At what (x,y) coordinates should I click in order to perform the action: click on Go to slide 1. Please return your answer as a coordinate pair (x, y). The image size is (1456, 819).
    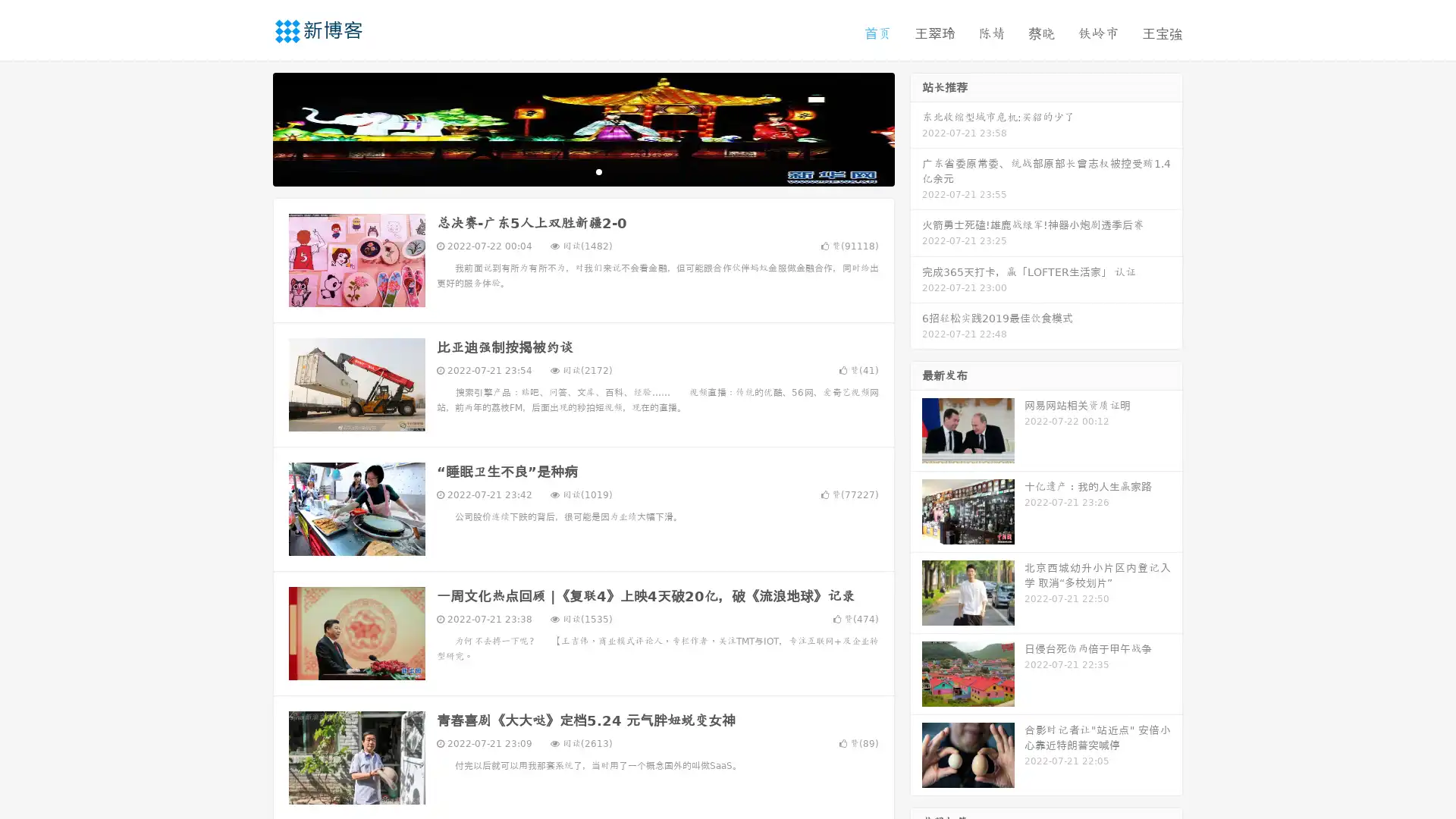
    Looking at the image, I should click on (567, 171).